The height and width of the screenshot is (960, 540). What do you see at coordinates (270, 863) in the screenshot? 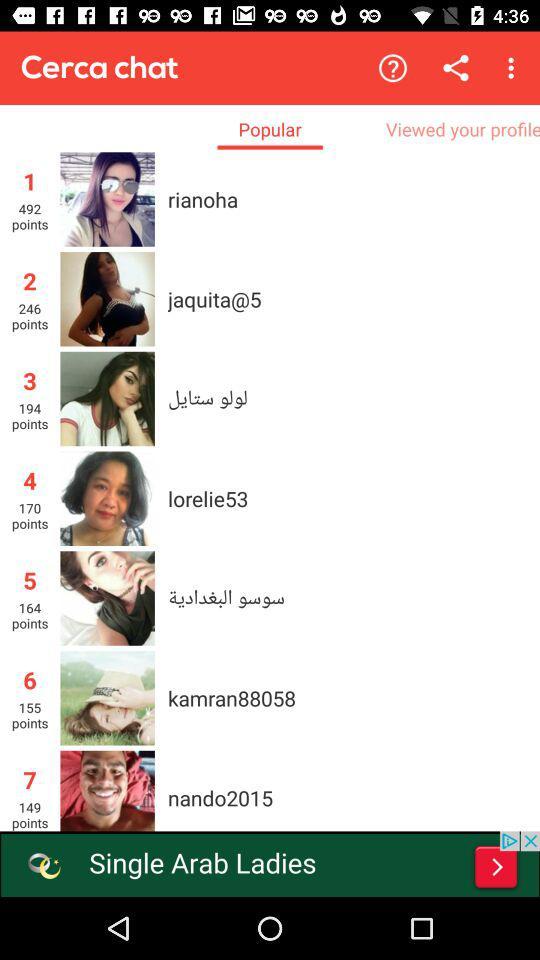
I see `advertisement` at bounding box center [270, 863].